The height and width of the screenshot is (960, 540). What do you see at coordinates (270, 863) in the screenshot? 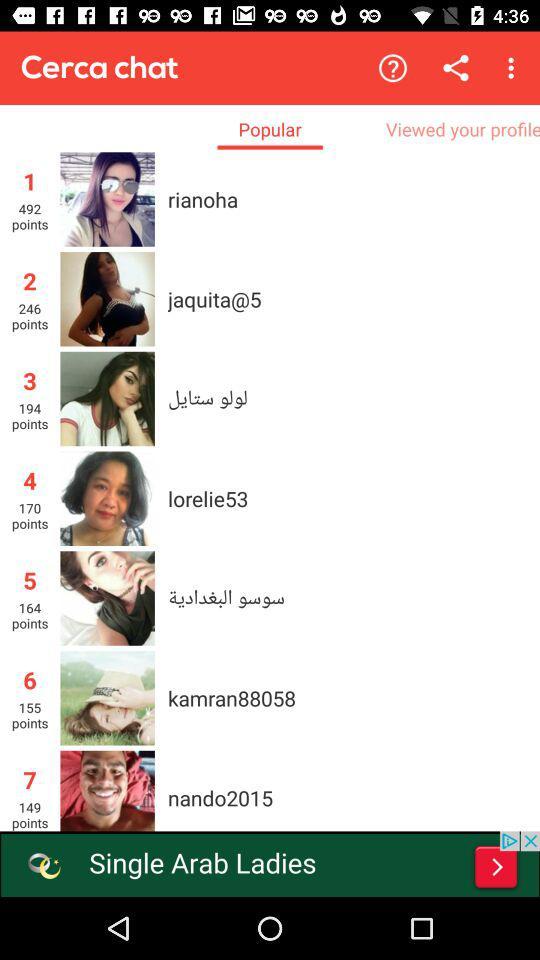
I see `advertisement` at bounding box center [270, 863].